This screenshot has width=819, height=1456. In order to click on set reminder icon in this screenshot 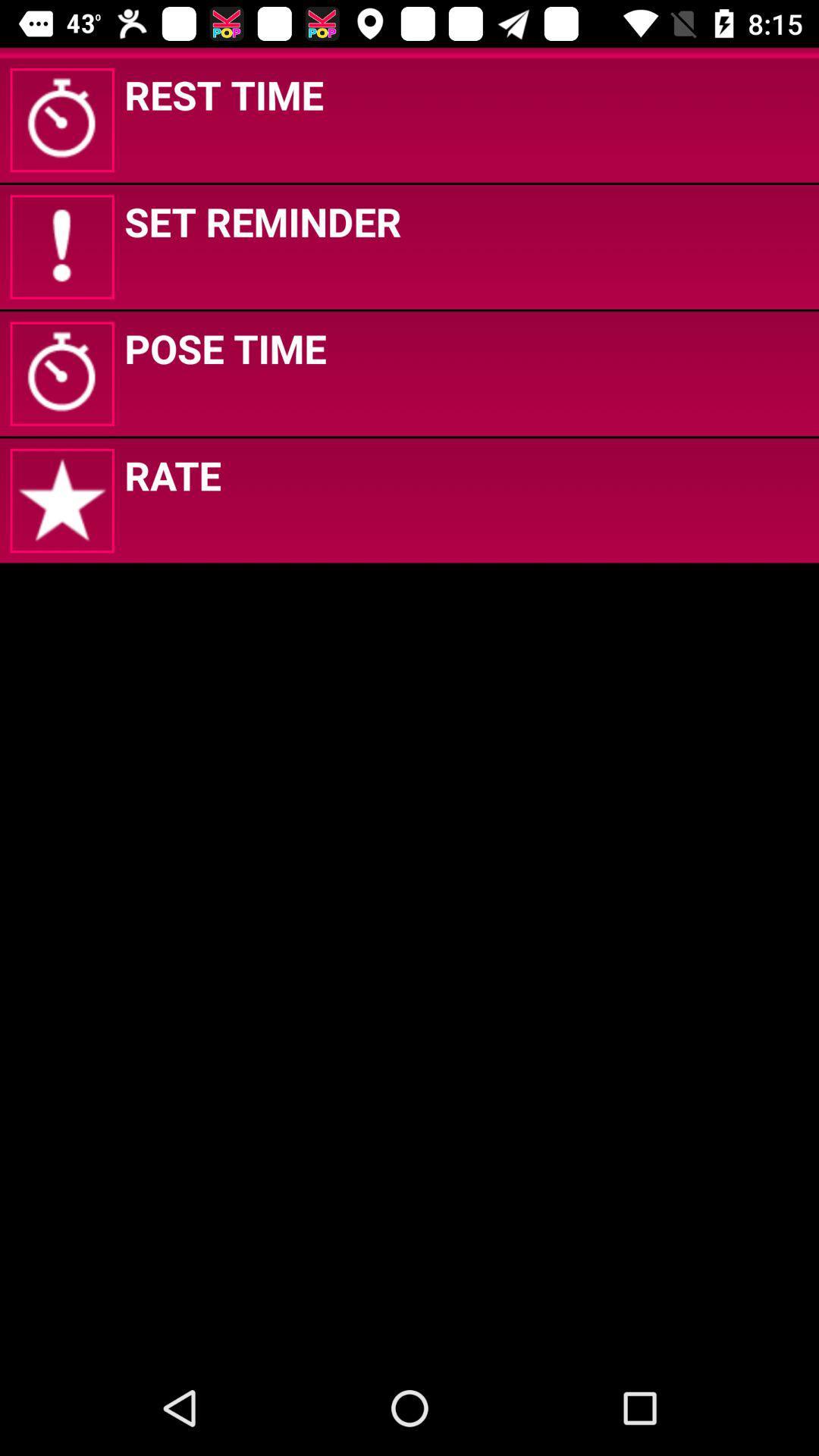, I will do `click(262, 221)`.